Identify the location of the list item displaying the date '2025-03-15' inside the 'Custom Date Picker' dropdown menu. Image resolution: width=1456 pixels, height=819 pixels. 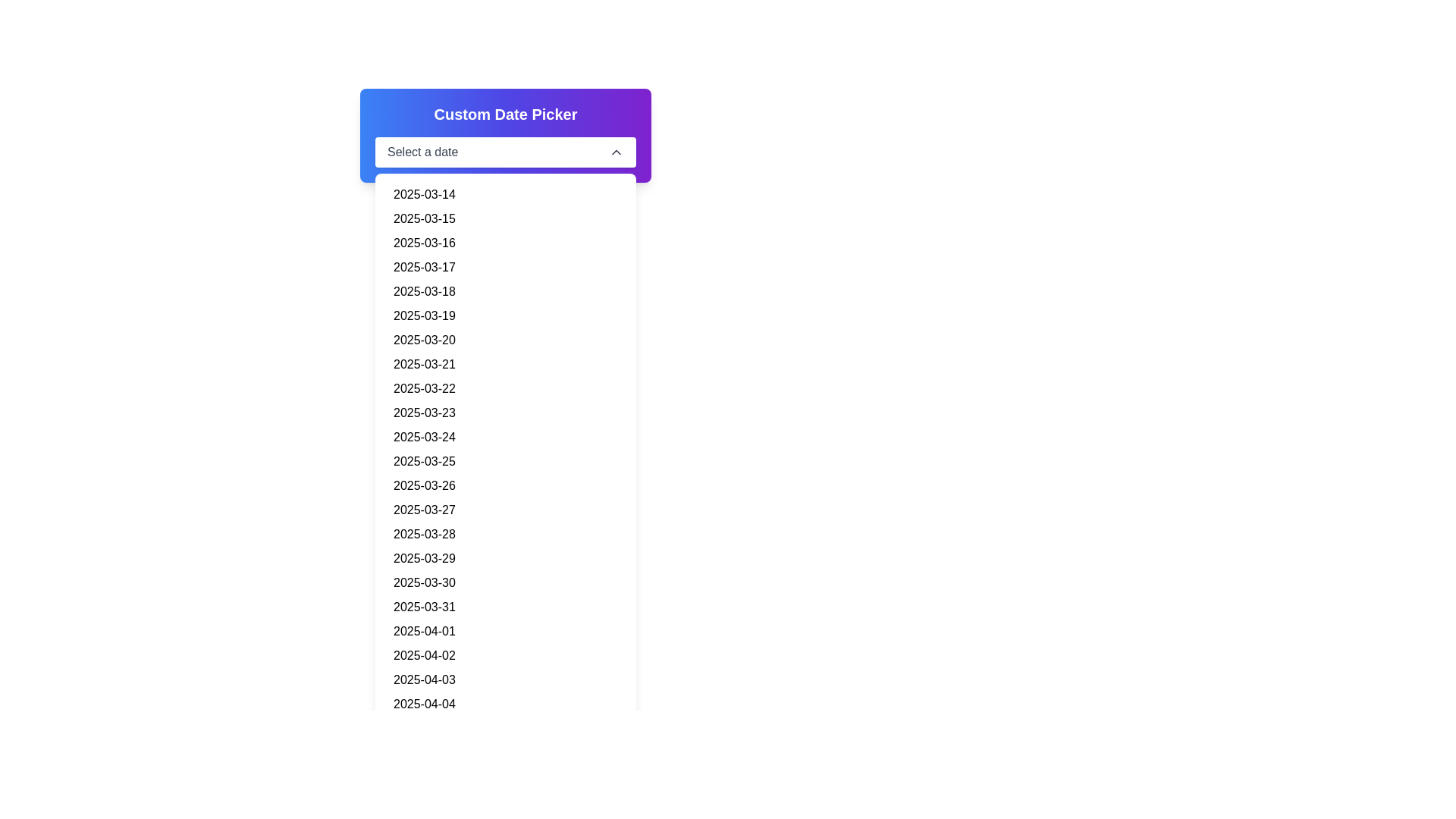
(506, 219).